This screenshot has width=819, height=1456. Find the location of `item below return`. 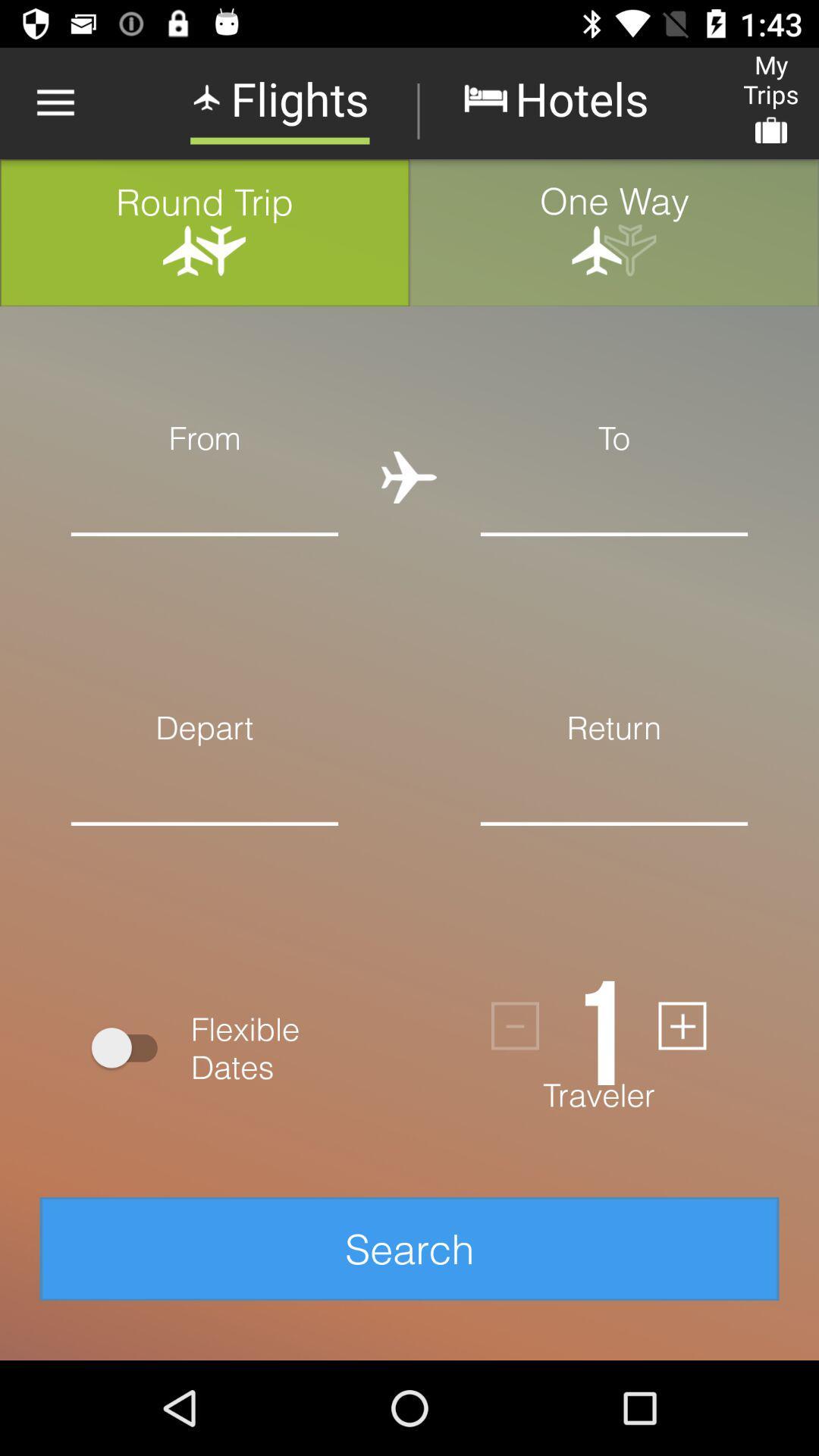

item below return is located at coordinates (614, 786).